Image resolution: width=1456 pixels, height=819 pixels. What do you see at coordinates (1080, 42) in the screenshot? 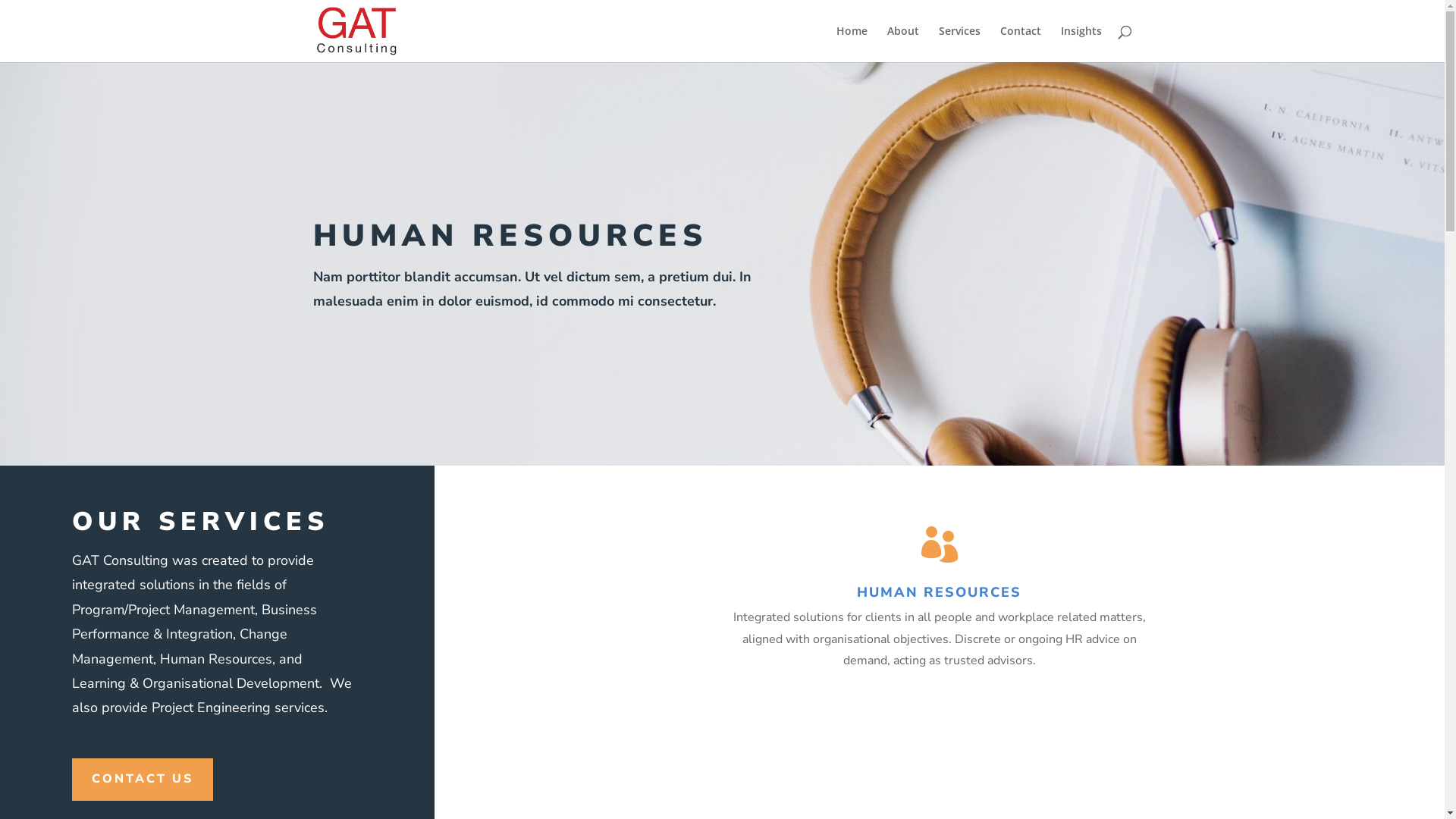
I see `'Insights'` at bounding box center [1080, 42].